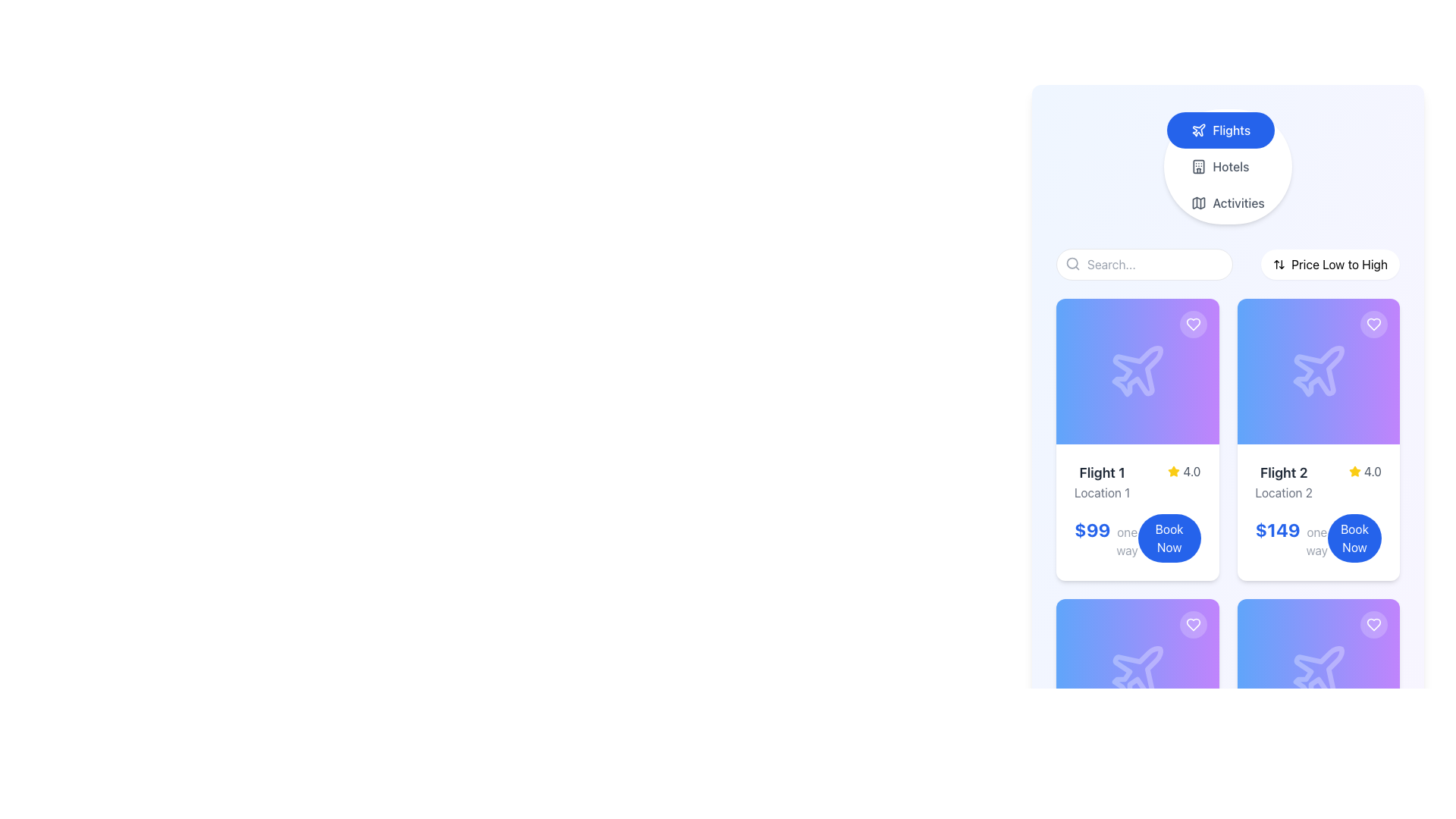  What do you see at coordinates (1137, 371) in the screenshot?
I see `the decorative icon associated with flight or travel, located in the upper left quadrant of the 'Flight 1' card` at bounding box center [1137, 371].